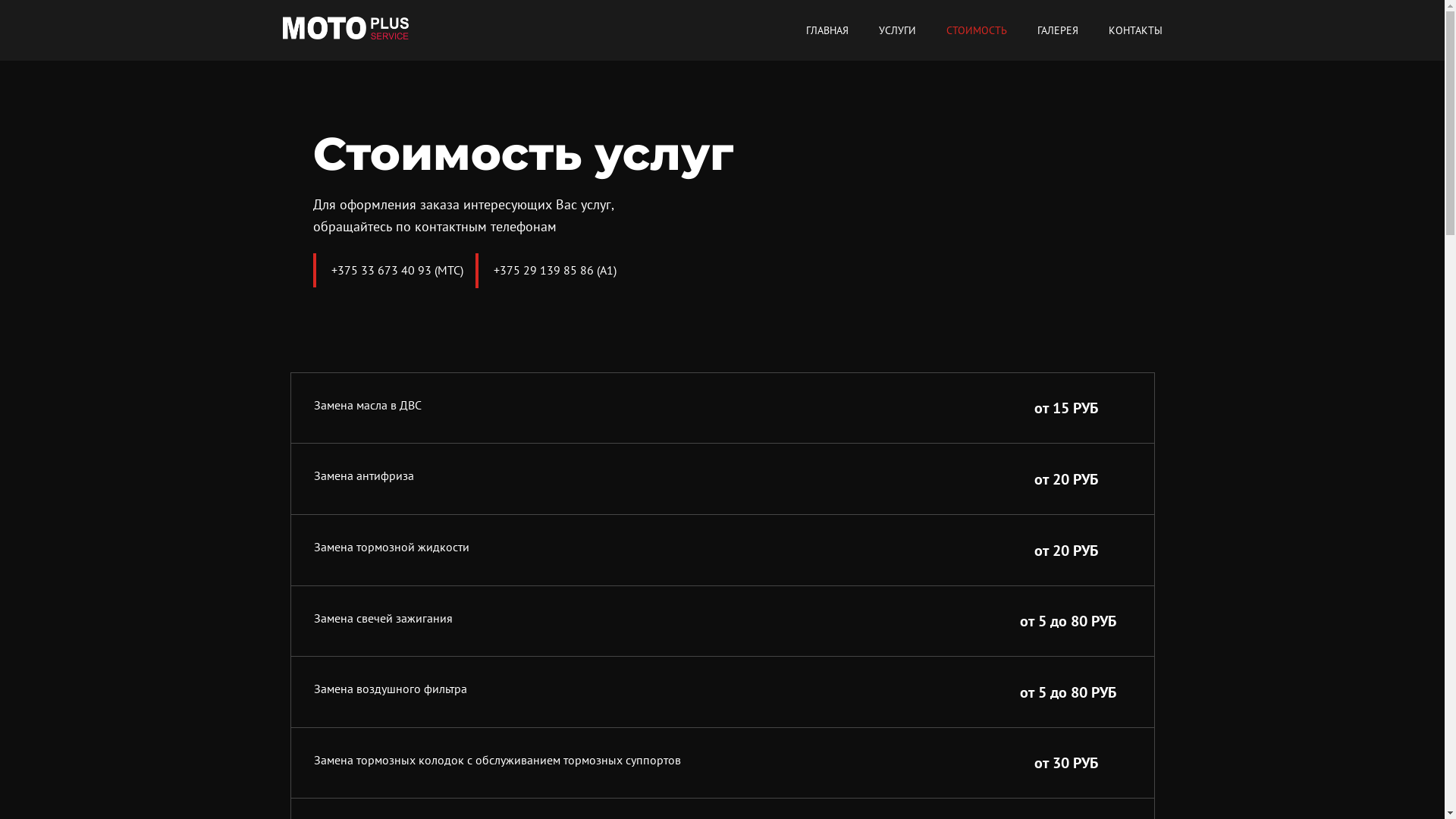 Image resolution: width=1456 pixels, height=819 pixels. I want to click on '+375 29 139 85 86 (A1)', so click(553, 268).